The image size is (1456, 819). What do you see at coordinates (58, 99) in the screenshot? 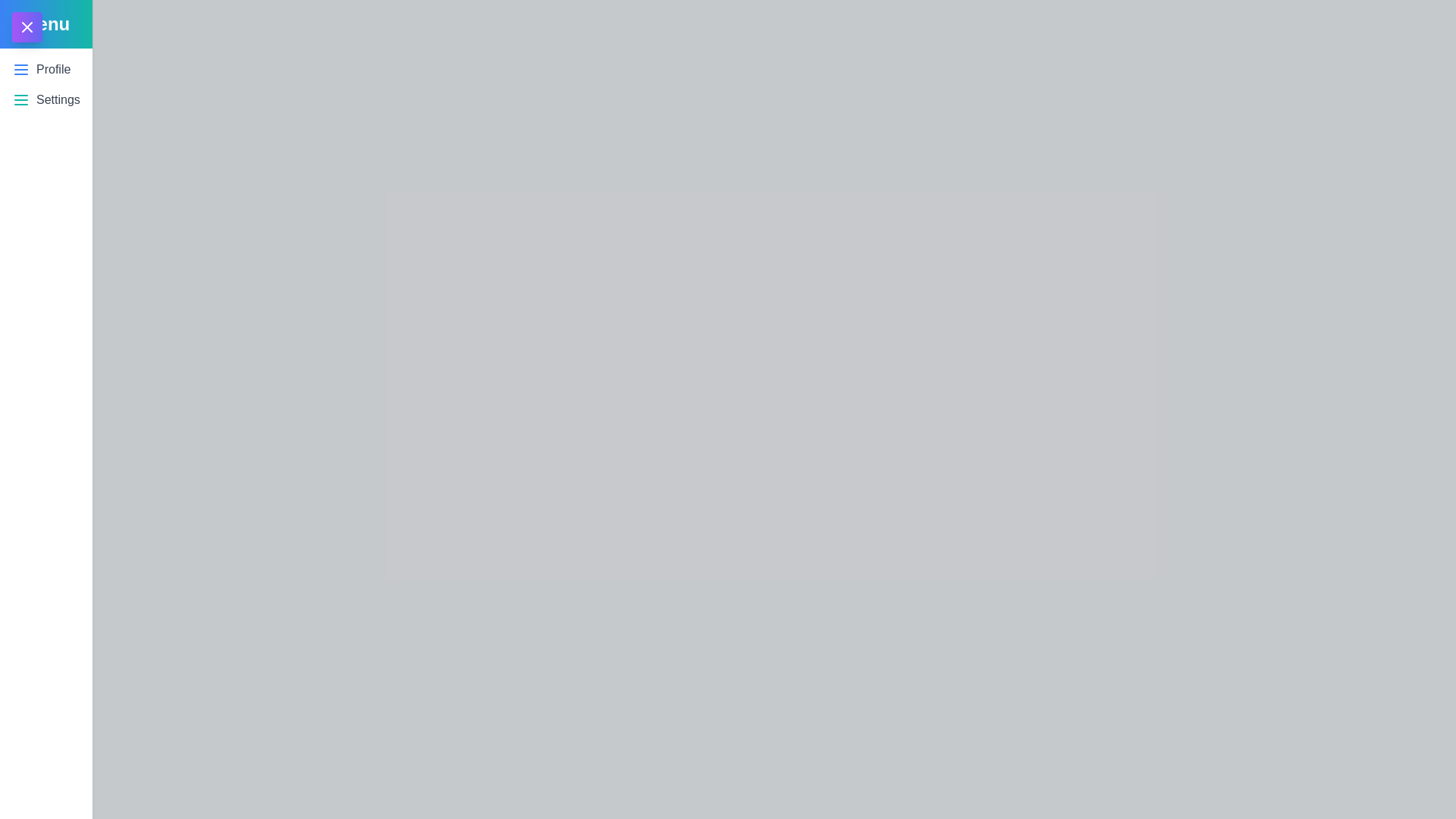
I see `the 'Settings' button to select it` at bounding box center [58, 99].